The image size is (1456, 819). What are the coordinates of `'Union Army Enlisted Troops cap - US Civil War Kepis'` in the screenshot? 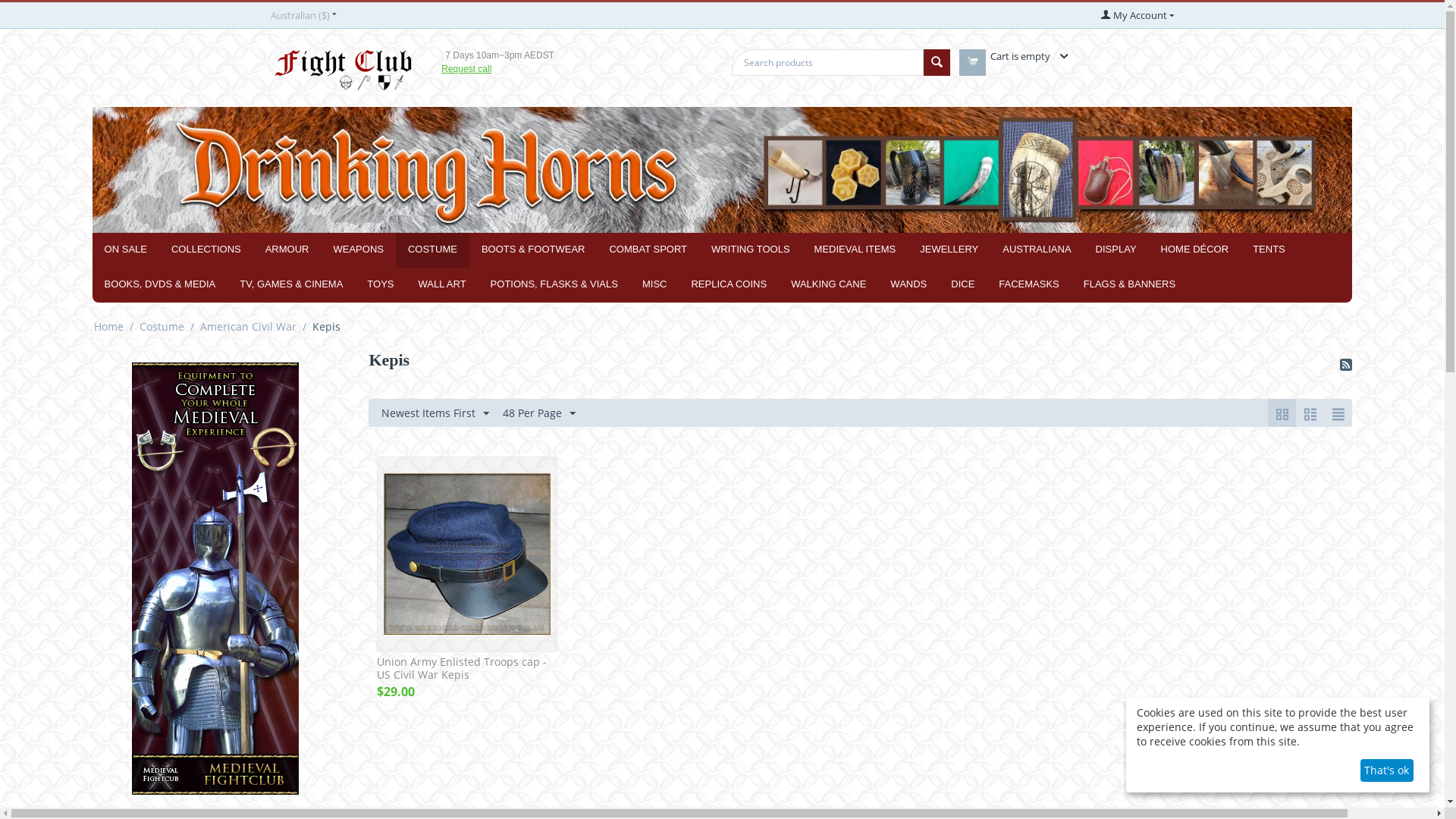 It's located at (377, 668).